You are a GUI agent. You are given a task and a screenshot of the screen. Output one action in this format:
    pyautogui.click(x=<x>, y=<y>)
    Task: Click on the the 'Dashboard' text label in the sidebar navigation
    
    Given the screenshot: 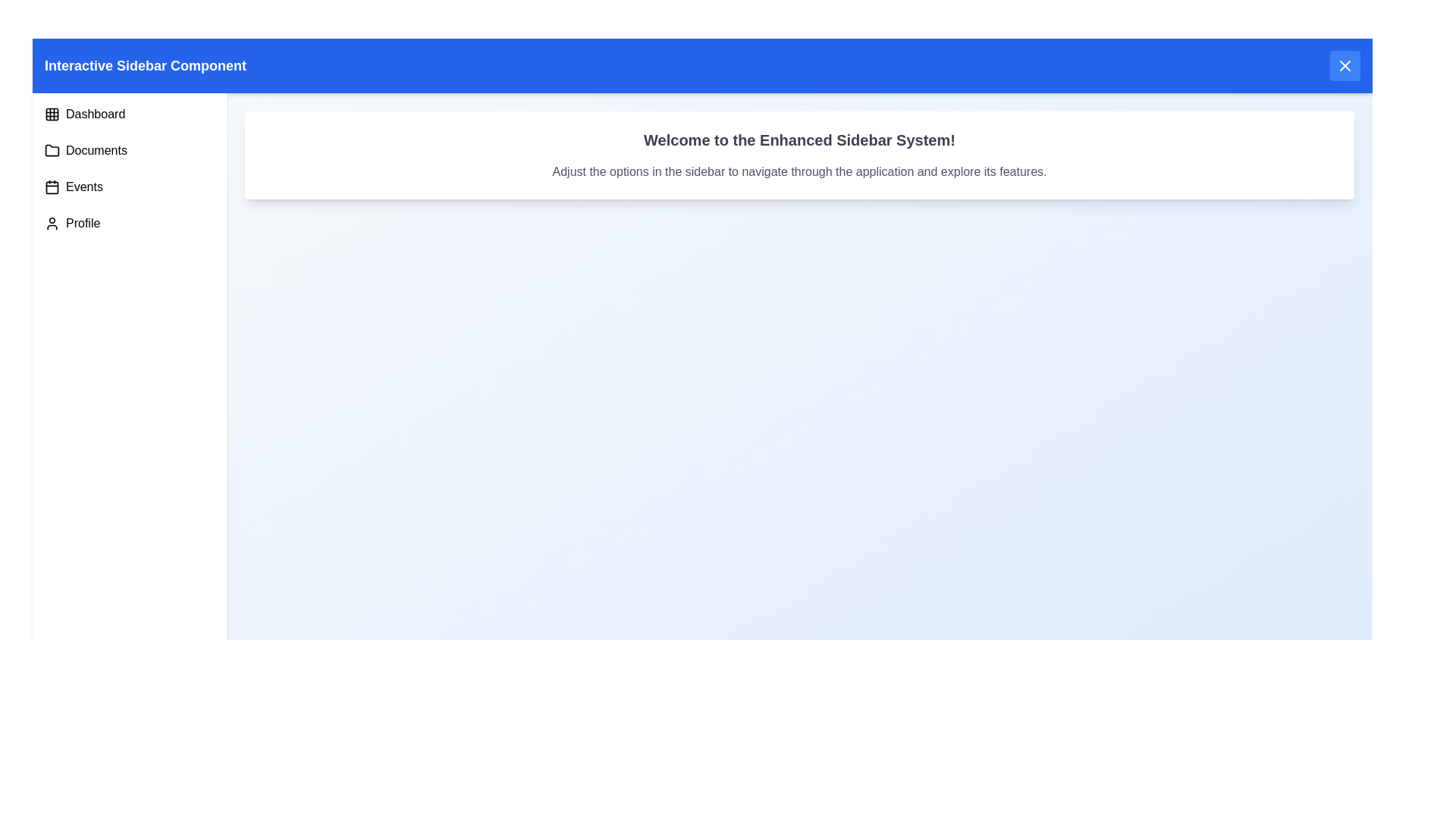 What is the action you would take?
    pyautogui.click(x=95, y=113)
    